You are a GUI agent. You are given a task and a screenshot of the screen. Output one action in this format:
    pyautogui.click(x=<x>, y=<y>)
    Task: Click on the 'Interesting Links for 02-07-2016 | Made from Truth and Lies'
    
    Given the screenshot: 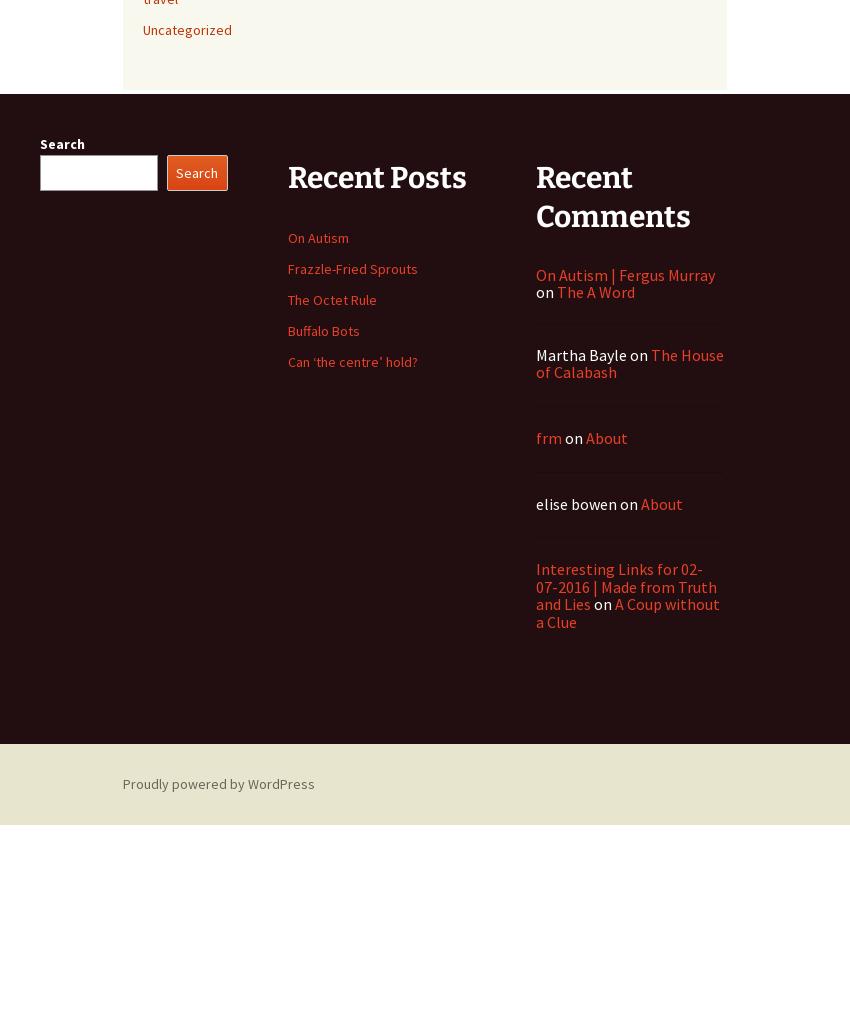 What is the action you would take?
    pyautogui.click(x=535, y=586)
    